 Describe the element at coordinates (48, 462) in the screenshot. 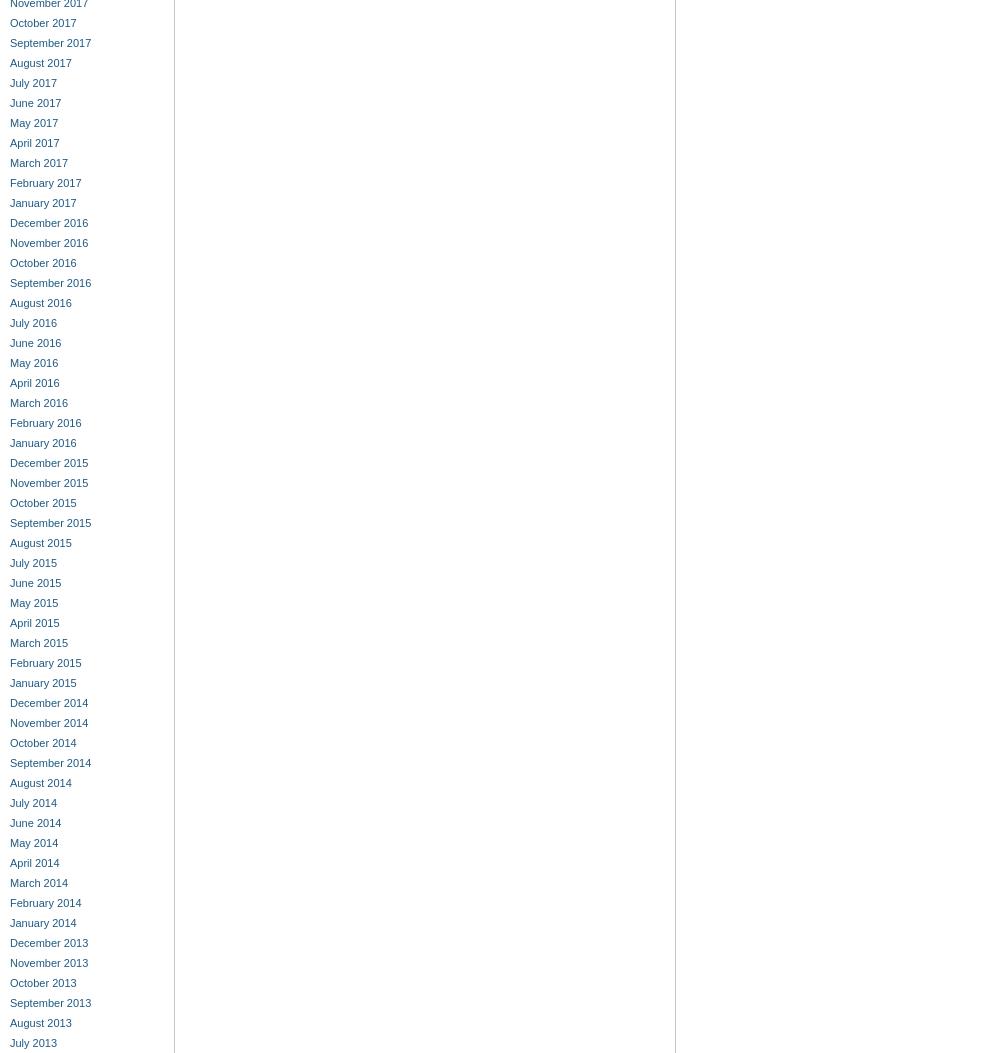

I see `'December 2015'` at that location.